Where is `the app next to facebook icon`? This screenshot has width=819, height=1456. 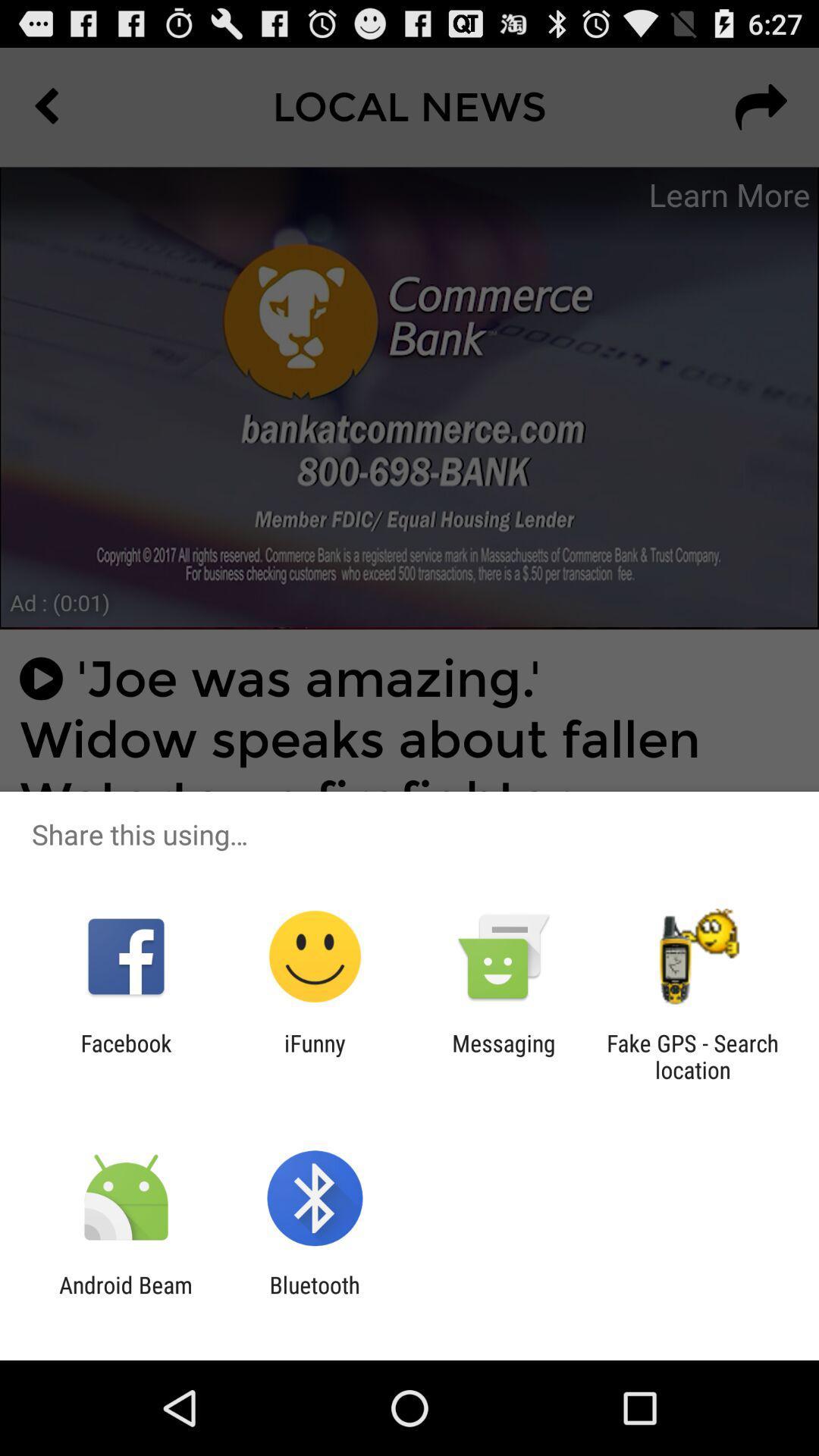 the app next to facebook icon is located at coordinates (314, 1056).